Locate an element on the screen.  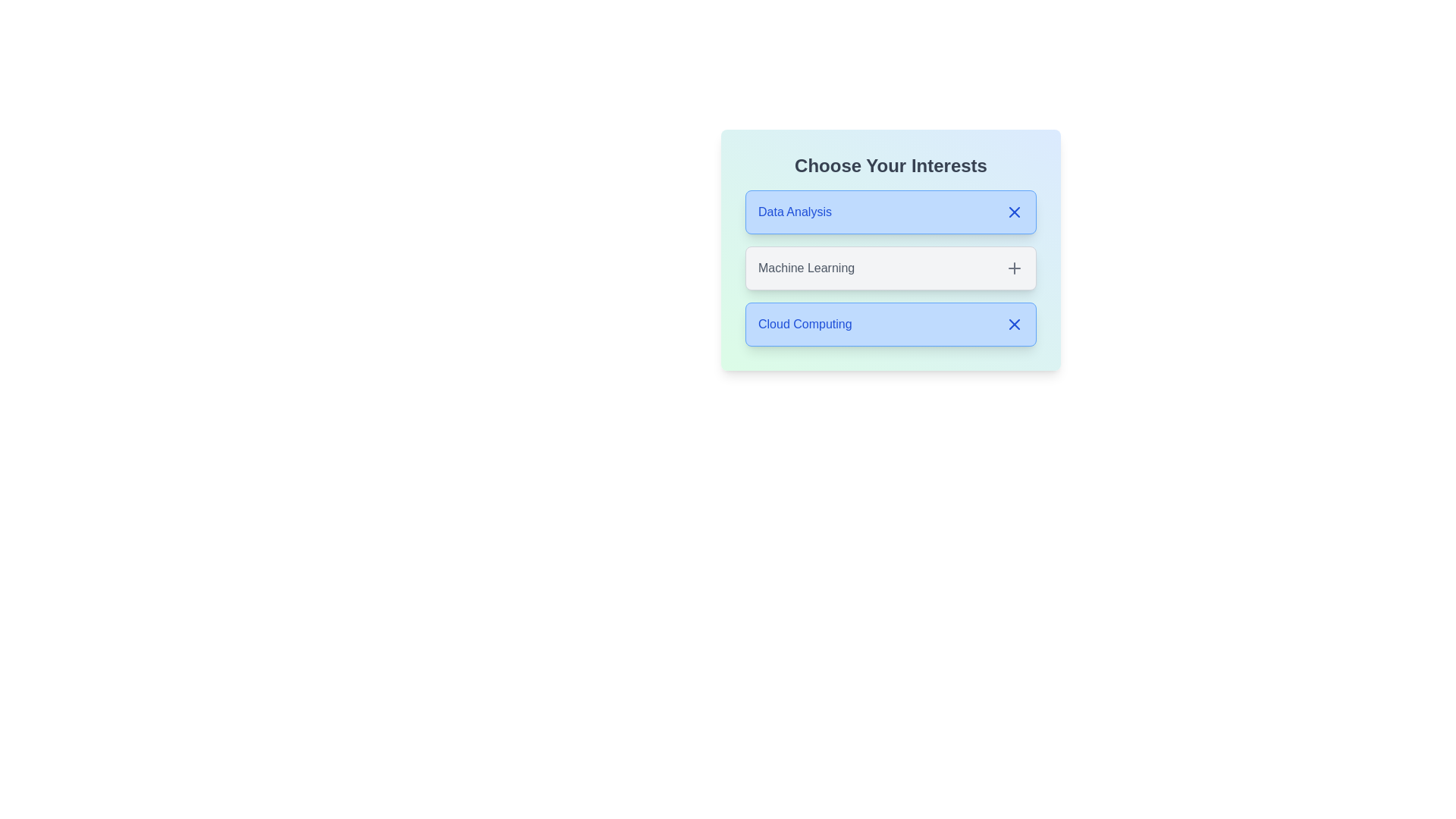
the tag Machine Learning by clicking on it is located at coordinates (891, 268).